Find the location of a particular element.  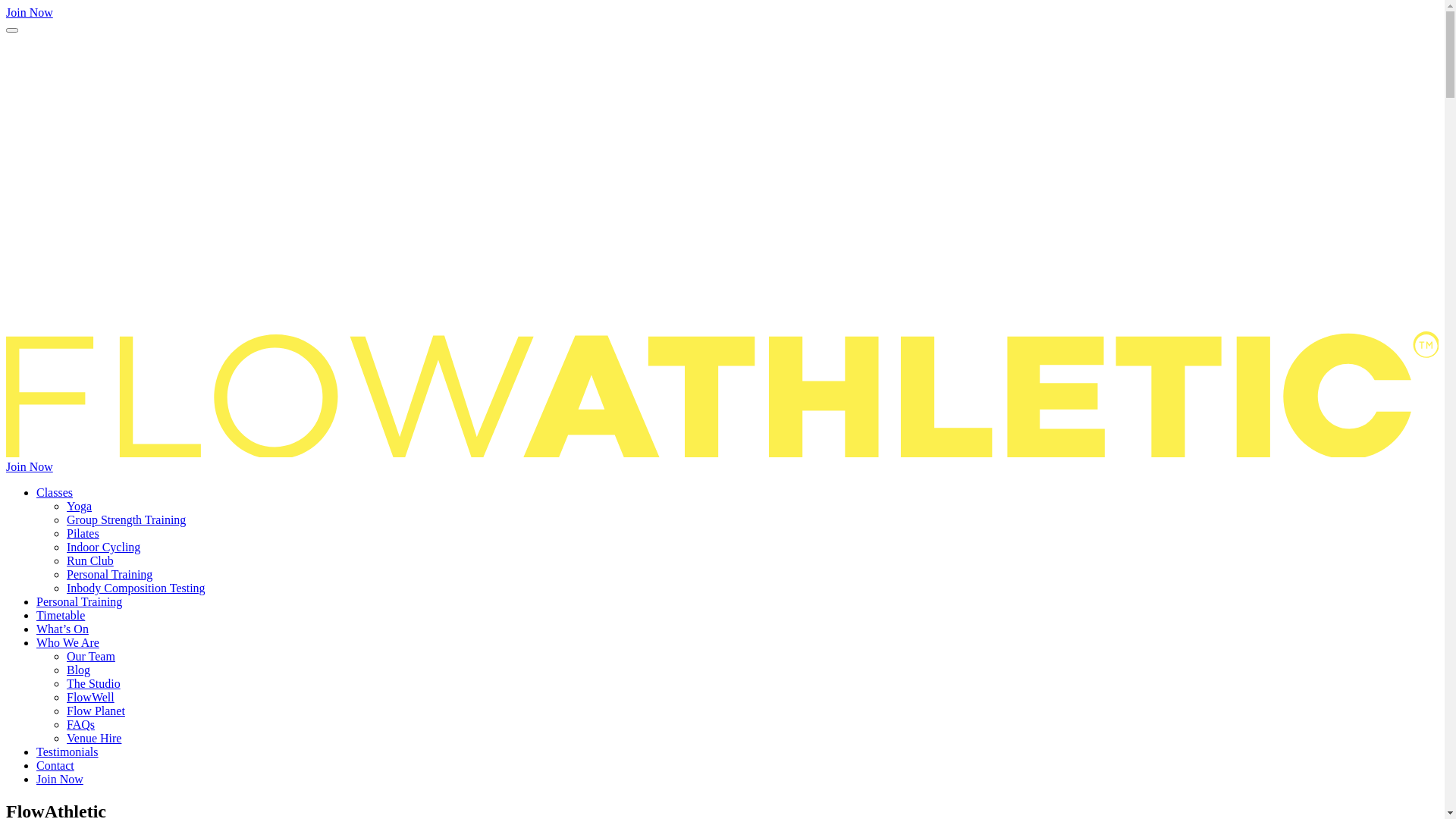

'FlowWell' is located at coordinates (89, 697).